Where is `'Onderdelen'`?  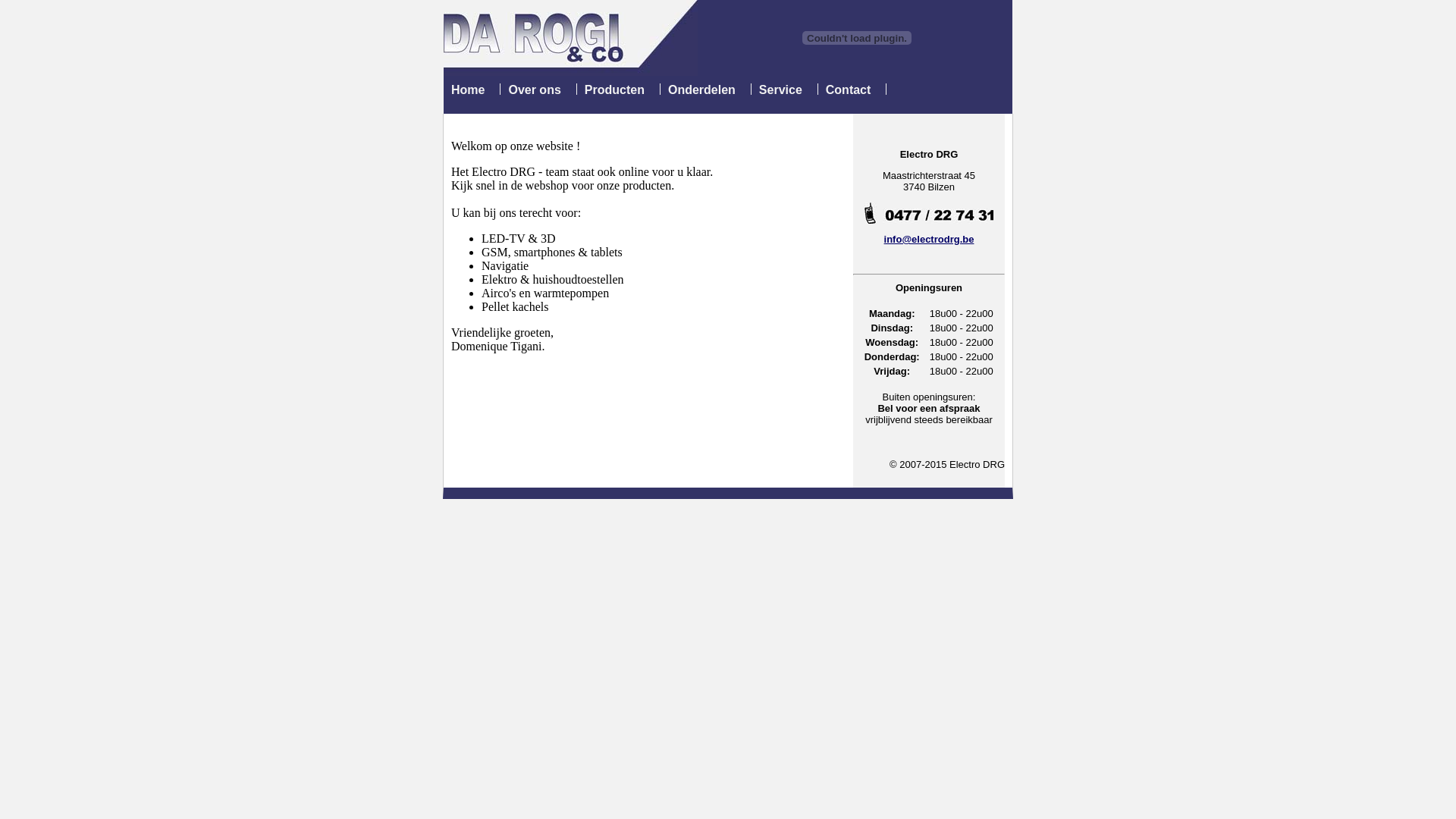 'Onderdelen' is located at coordinates (701, 89).